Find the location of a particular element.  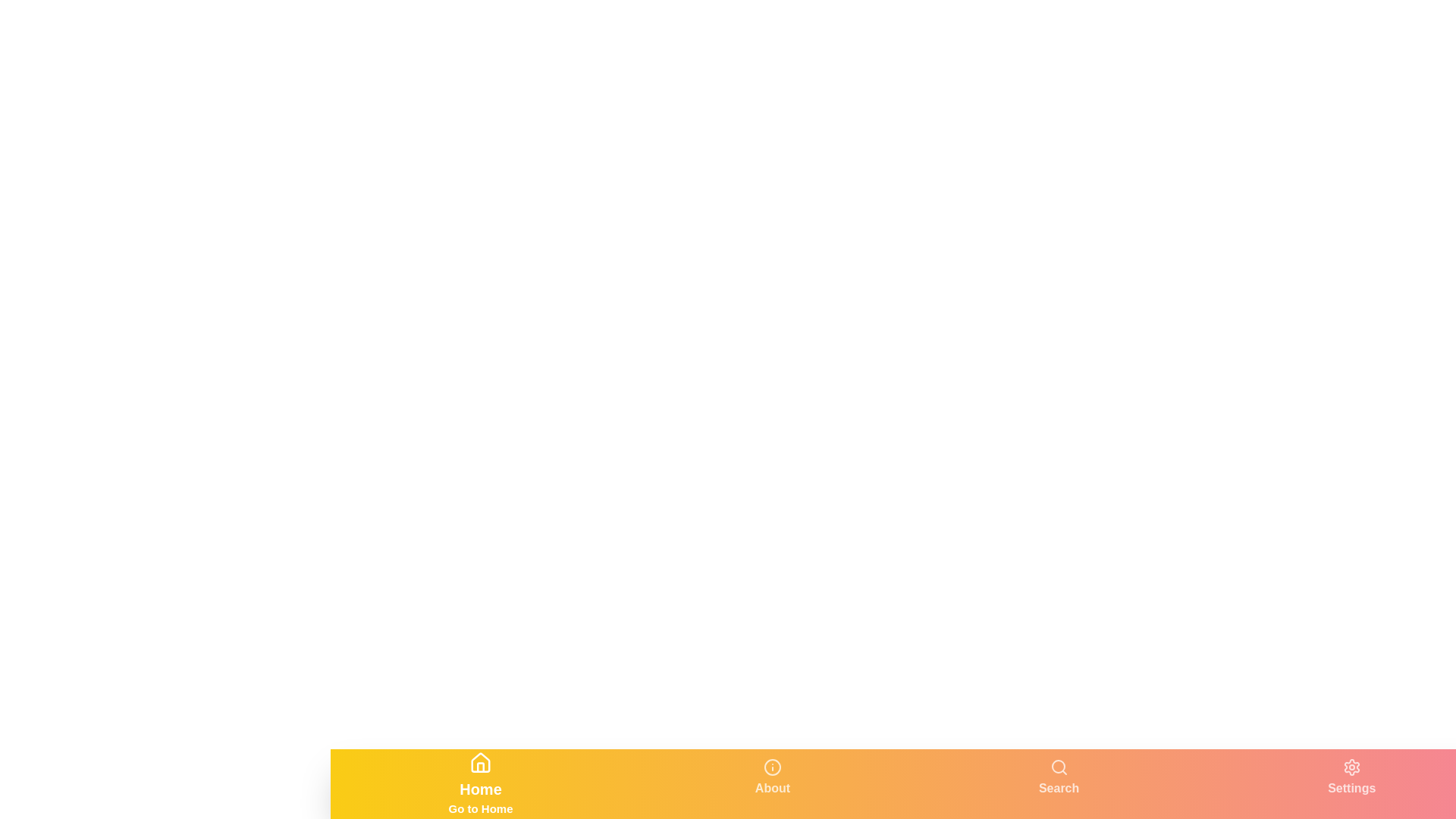

the tab labeled Search to switch to that tab is located at coordinates (1058, 783).